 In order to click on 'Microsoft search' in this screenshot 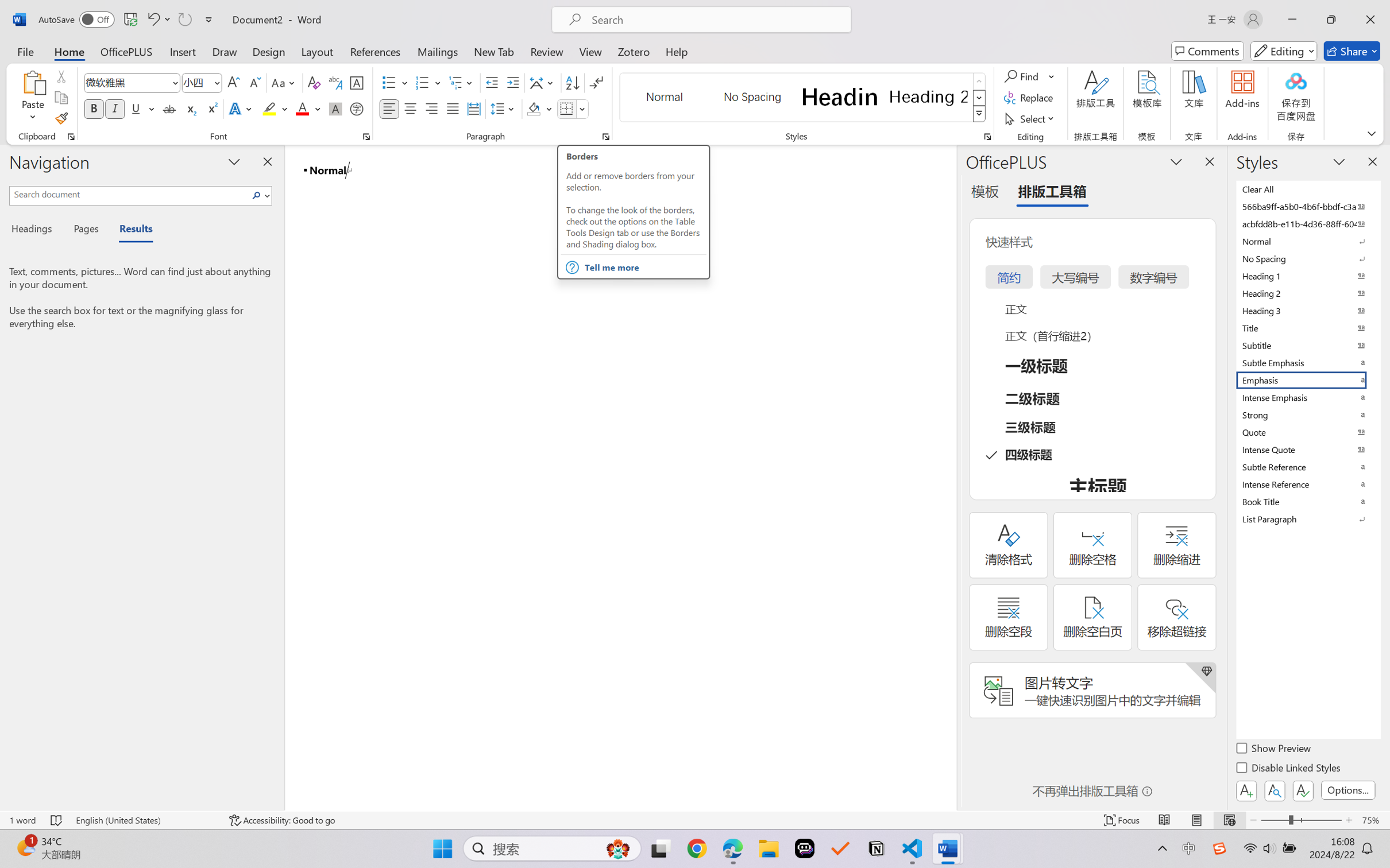, I will do `click(716, 19)`.